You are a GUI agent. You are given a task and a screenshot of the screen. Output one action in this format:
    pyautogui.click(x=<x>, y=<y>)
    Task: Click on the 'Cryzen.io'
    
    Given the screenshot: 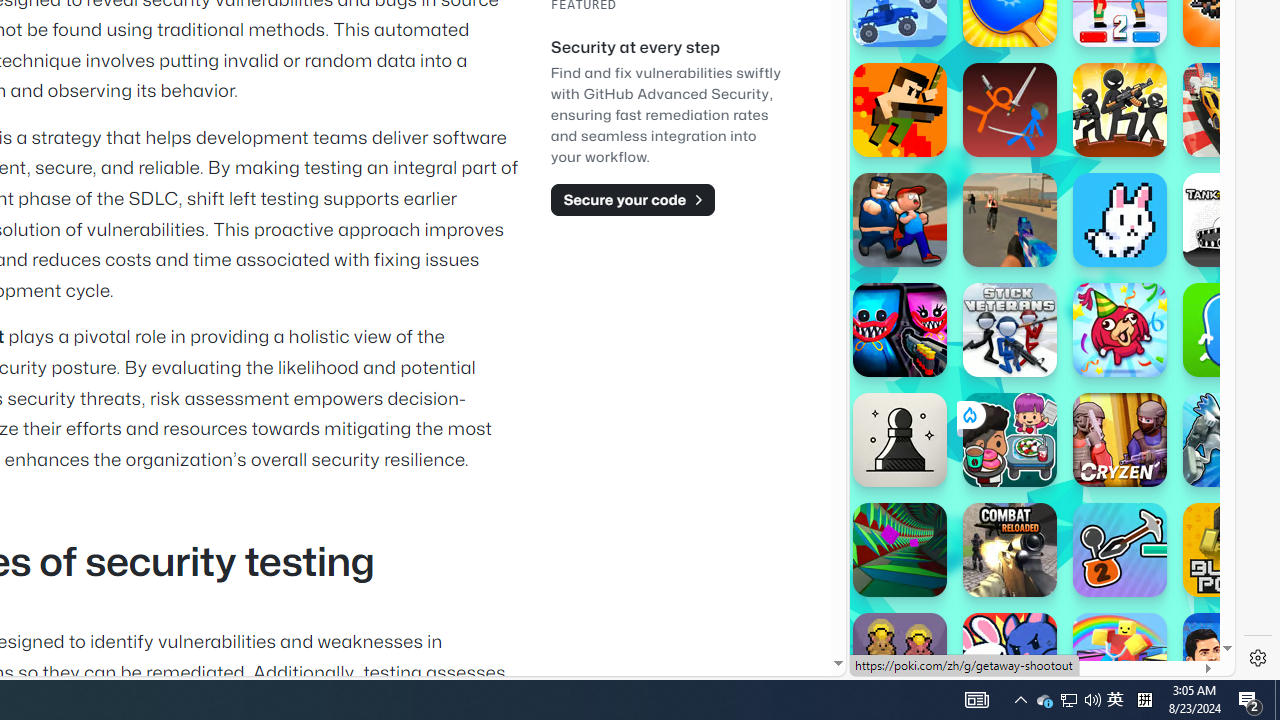 What is the action you would take?
    pyautogui.click(x=1120, y=438)
    